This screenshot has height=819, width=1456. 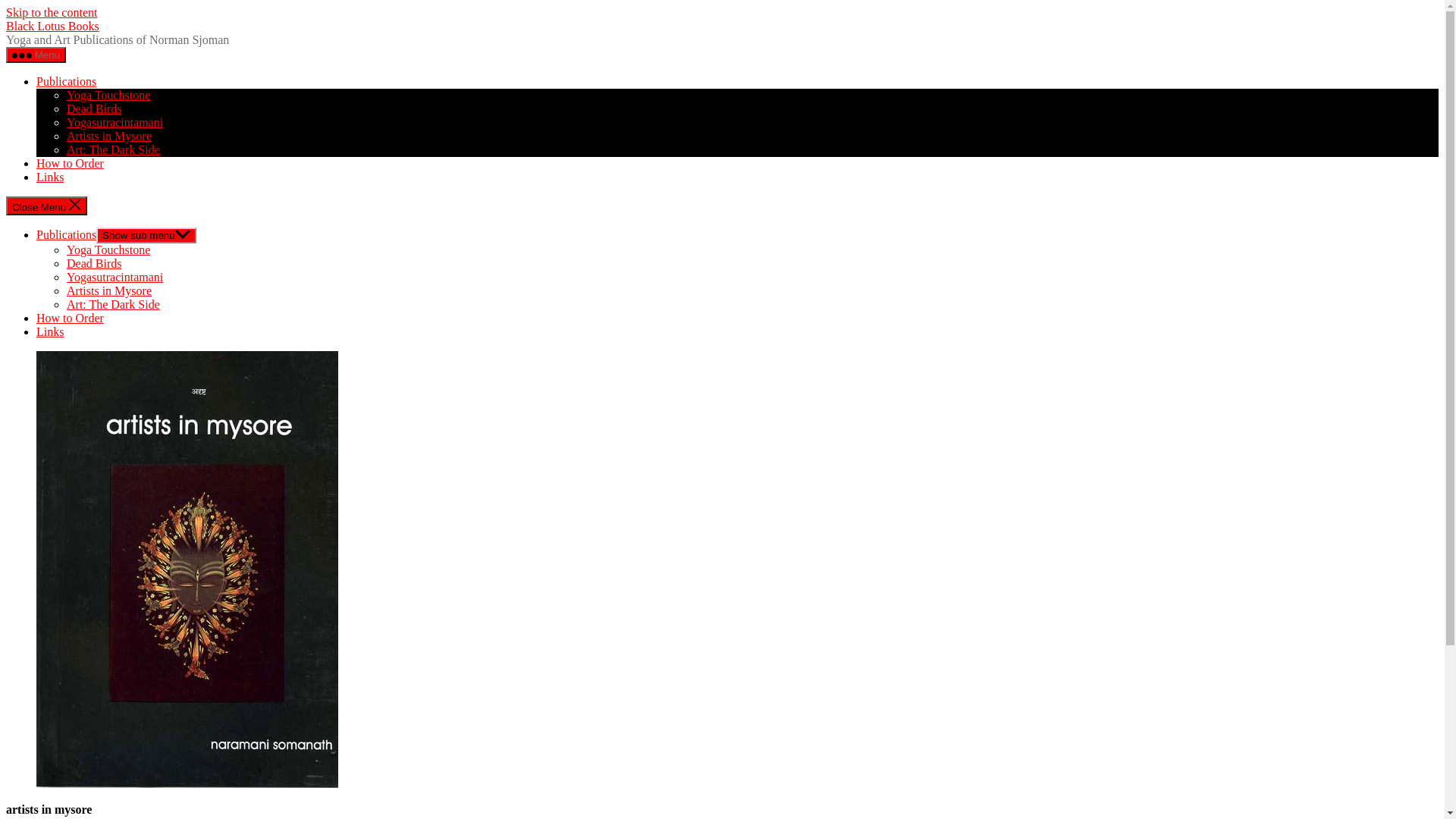 I want to click on 'Show sub menu', so click(x=146, y=235).